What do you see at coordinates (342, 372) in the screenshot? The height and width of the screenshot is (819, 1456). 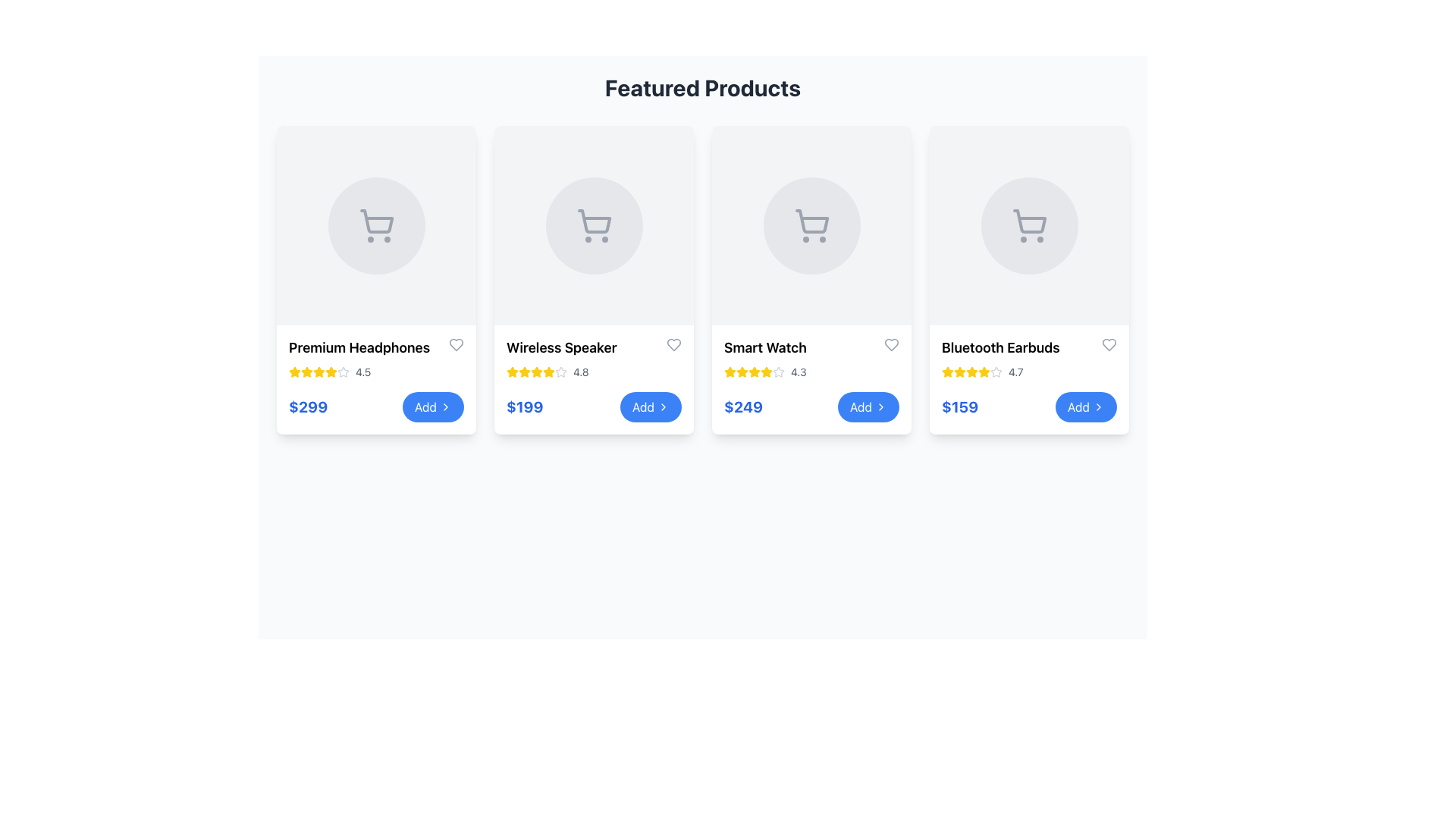 I see `the first star icon in the rating section of the 'Premium Headphones' product card, which represents one unit of the five-star rating system` at bounding box center [342, 372].